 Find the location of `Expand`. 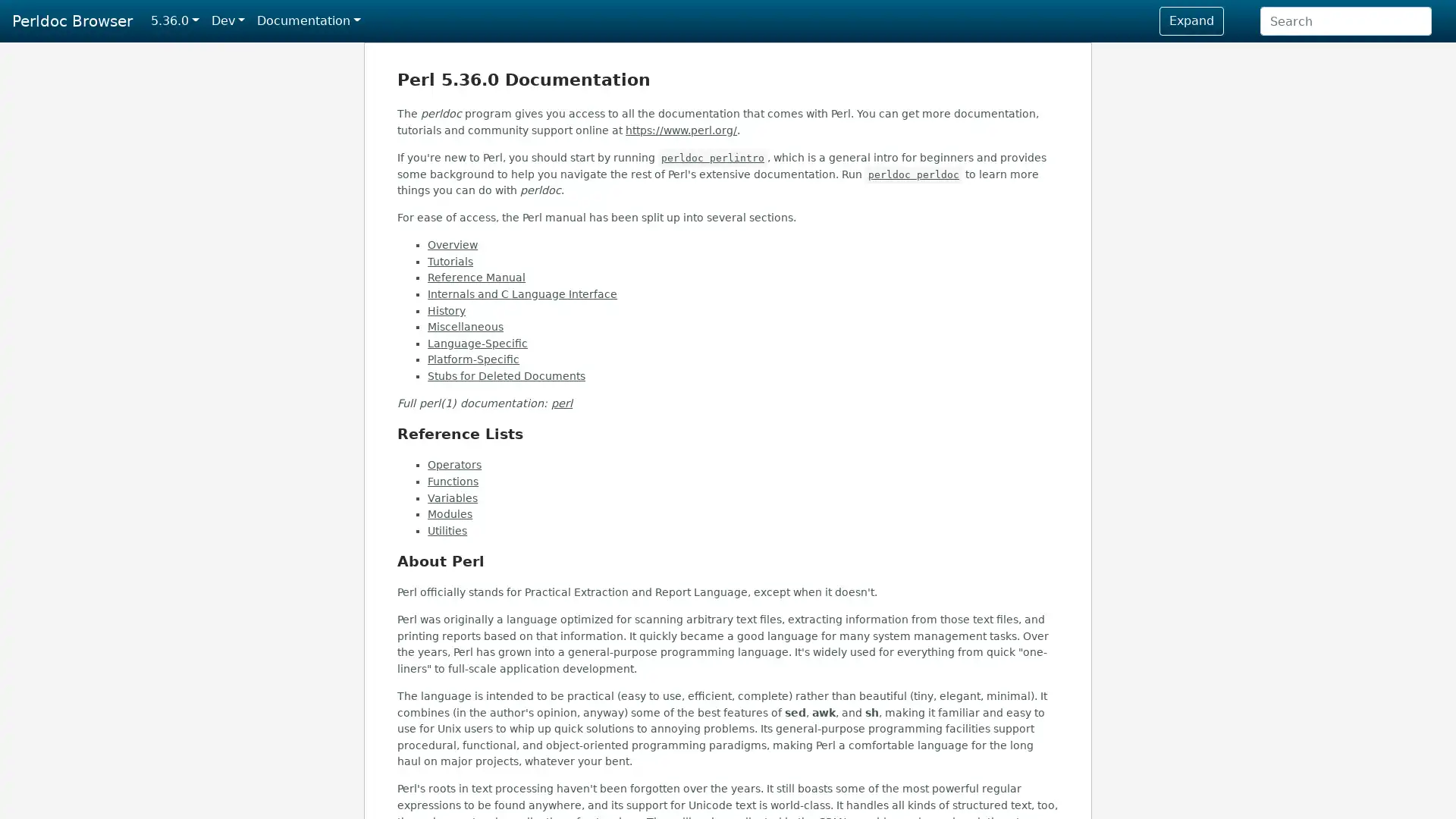

Expand is located at coordinates (1191, 20).